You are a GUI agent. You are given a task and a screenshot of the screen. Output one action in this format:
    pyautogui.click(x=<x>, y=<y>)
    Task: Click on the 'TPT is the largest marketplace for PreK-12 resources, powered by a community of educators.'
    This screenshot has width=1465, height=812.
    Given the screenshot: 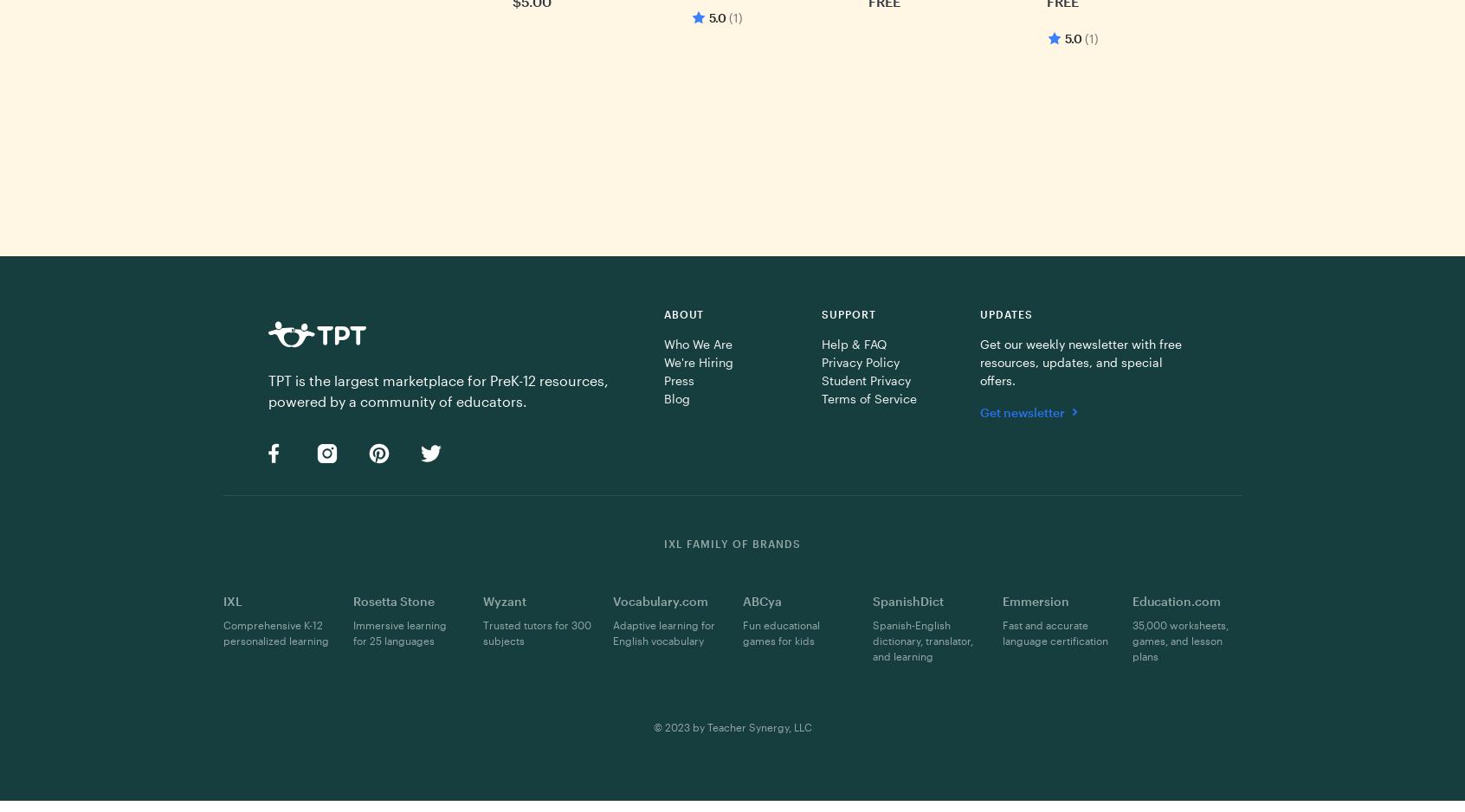 What is the action you would take?
    pyautogui.click(x=438, y=390)
    